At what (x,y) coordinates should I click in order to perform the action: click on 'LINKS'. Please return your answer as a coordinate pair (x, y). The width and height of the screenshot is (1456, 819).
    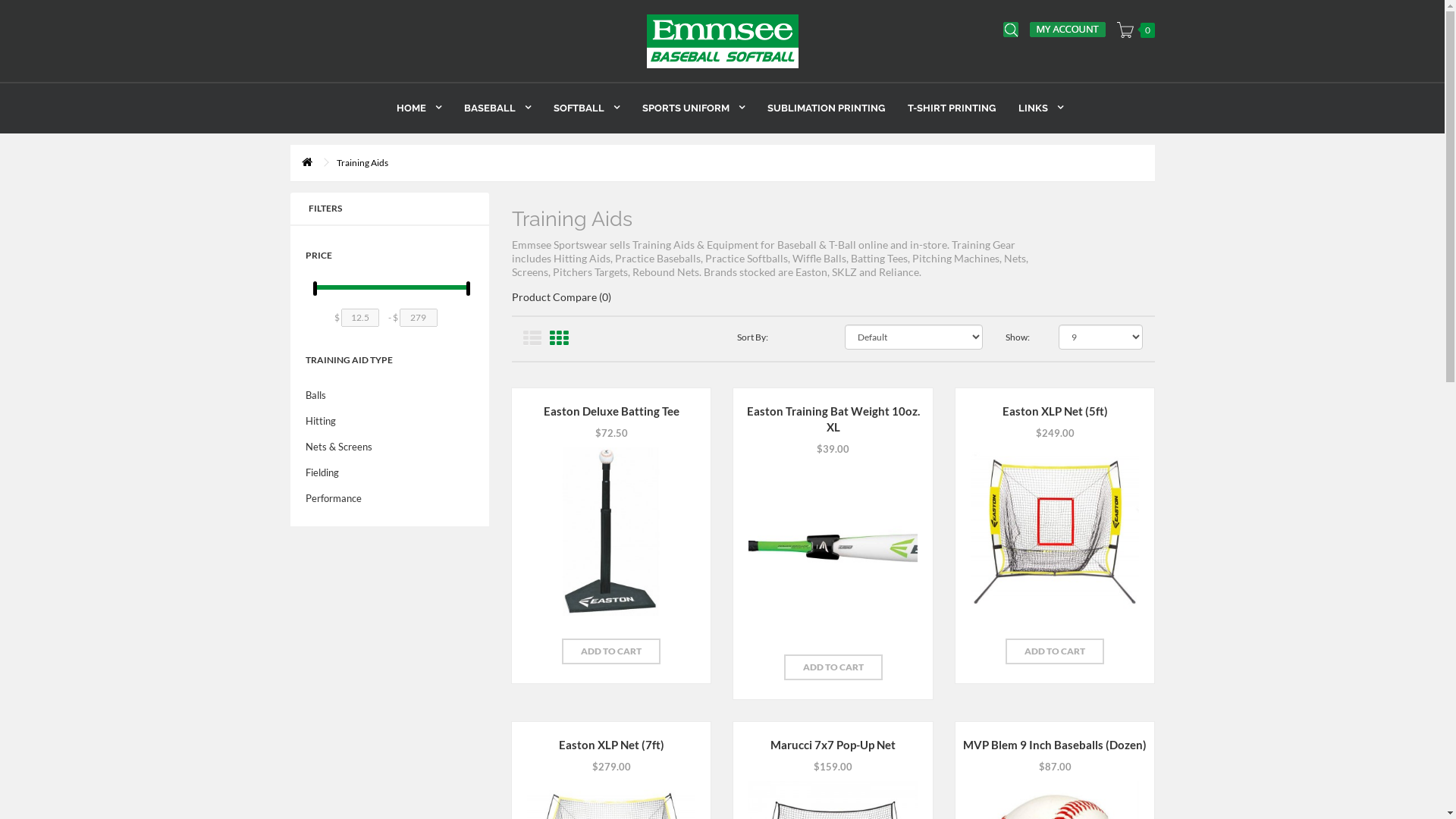
    Looking at the image, I should click on (1032, 107).